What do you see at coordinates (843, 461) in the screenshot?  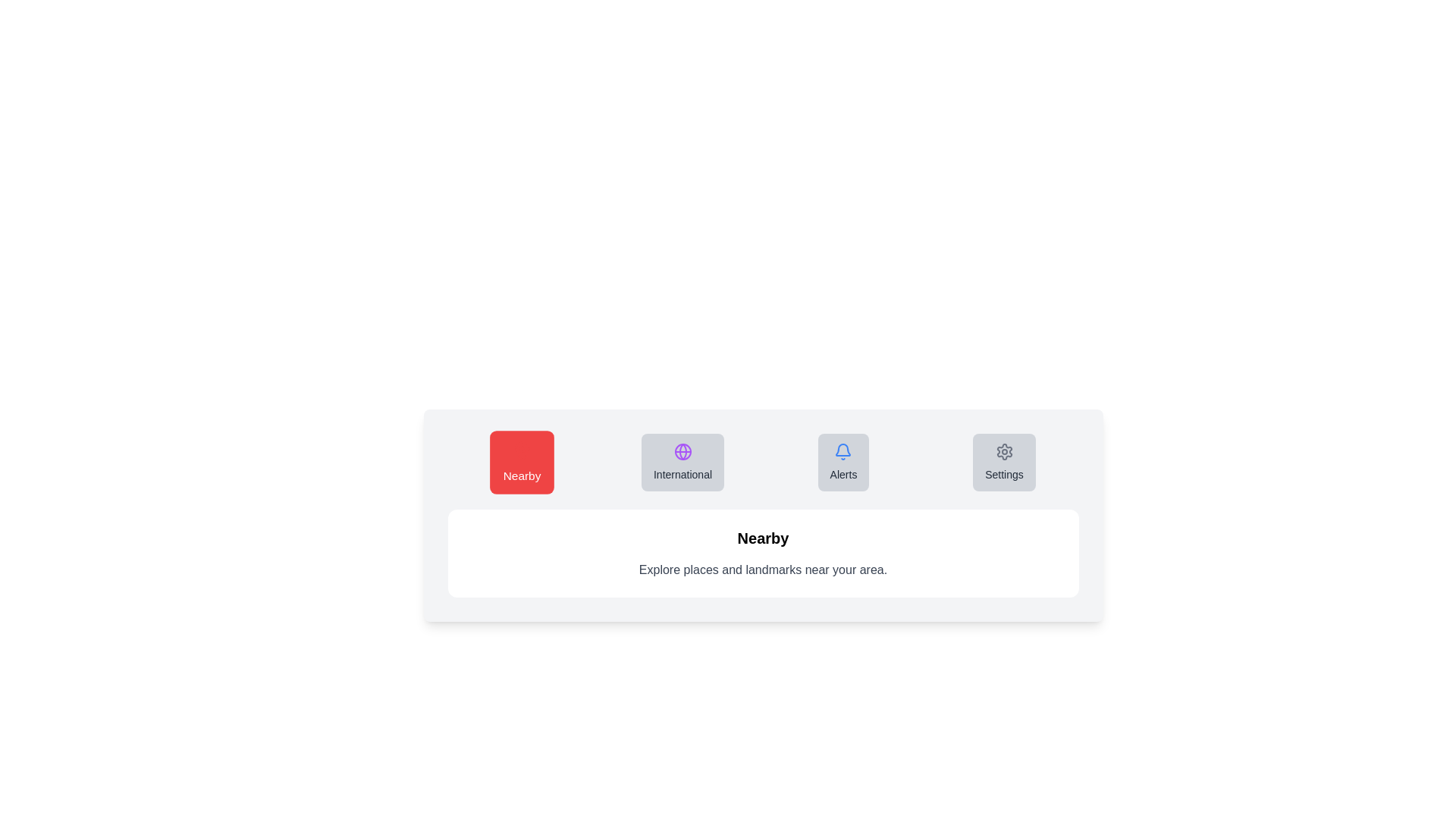 I see `the tab labeled Alerts to observe its hover effect` at bounding box center [843, 461].